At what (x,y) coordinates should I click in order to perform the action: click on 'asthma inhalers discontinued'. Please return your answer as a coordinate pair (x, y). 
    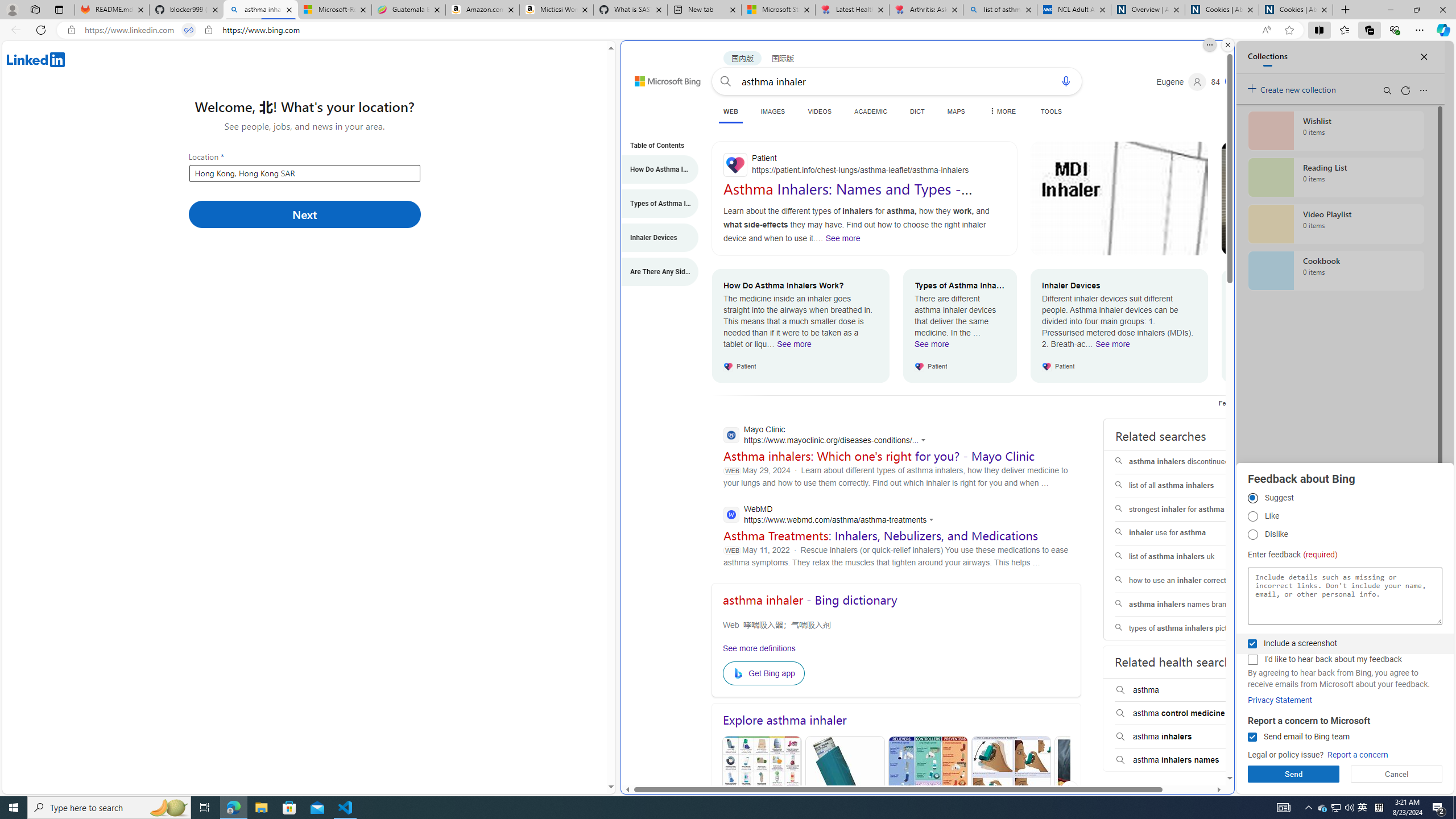
    Looking at the image, I should click on (1187, 461).